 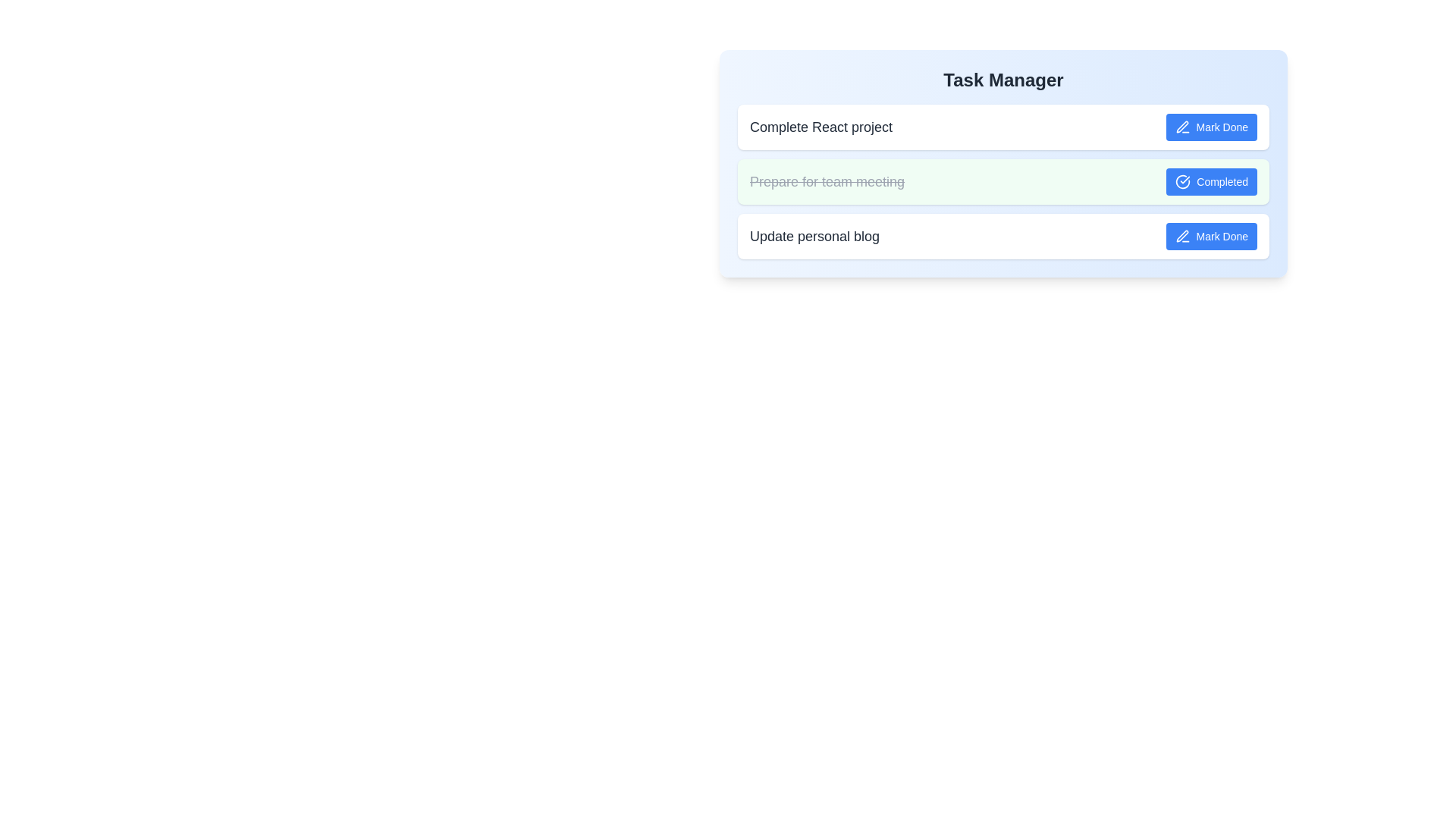 I want to click on the button labeled Completed to observe its visual change, so click(x=1211, y=180).